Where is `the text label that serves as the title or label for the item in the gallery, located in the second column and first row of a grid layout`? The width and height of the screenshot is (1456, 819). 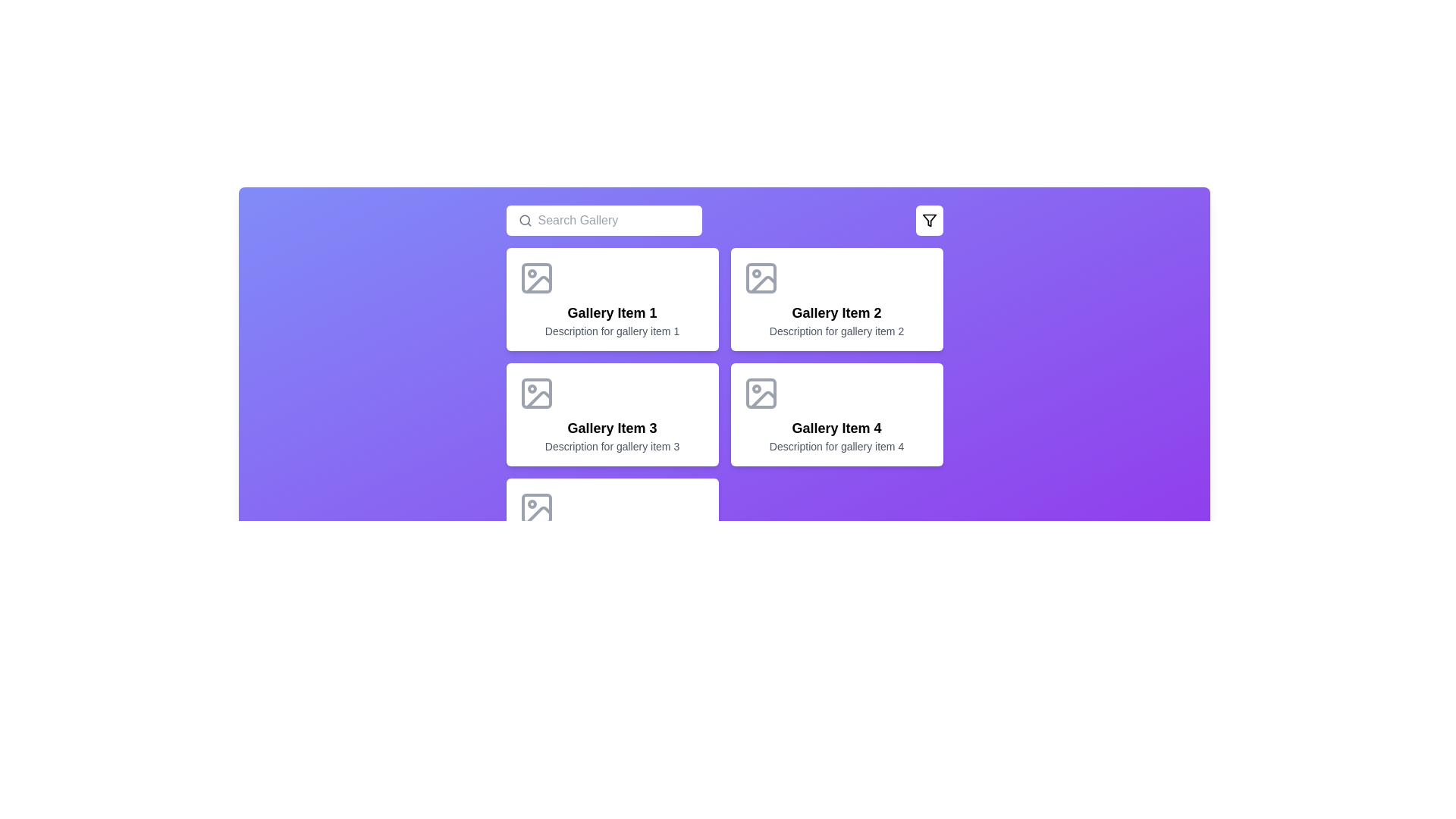 the text label that serves as the title or label for the item in the gallery, located in the second column and first row of a grid layout is located at coordinates (836, 312).